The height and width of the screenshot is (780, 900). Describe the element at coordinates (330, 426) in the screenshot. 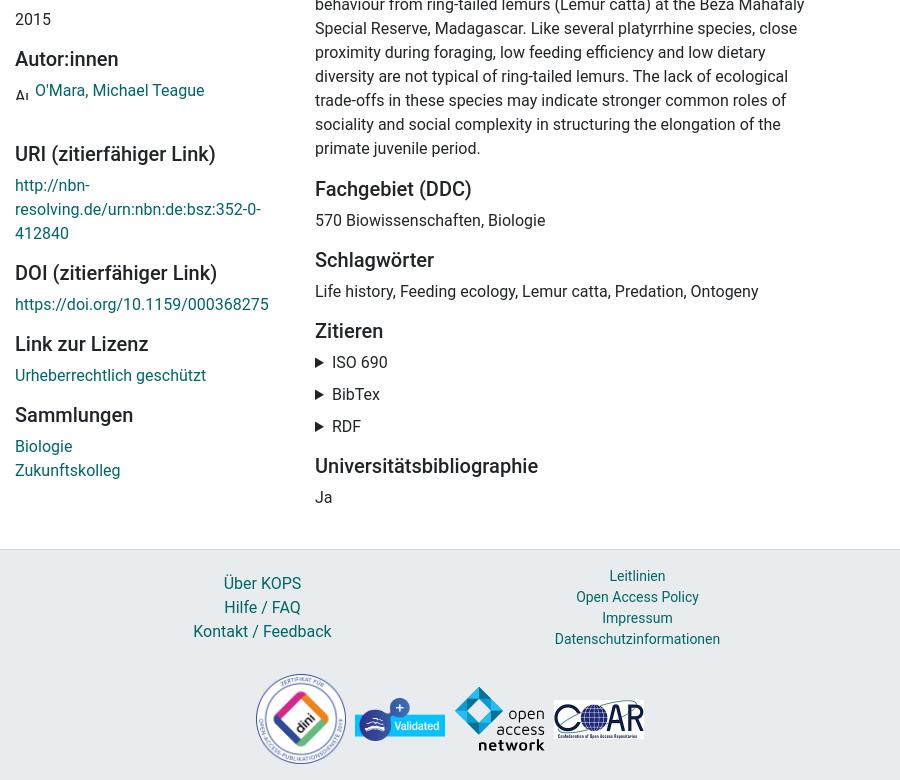

I see `'RDF'` at that location.